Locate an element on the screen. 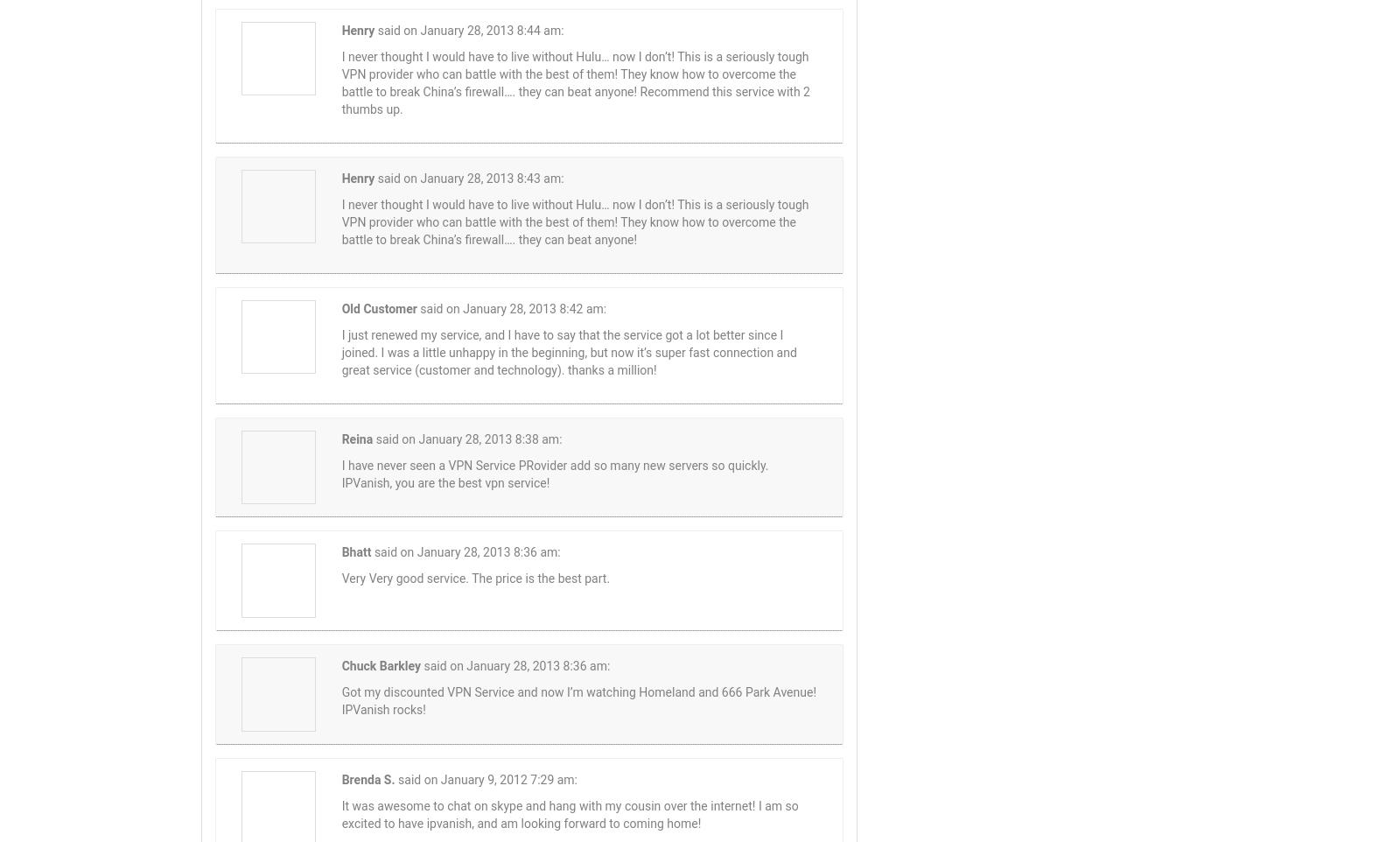 The height and width of the screenshot is (842, 1400). 'I have never seen a VPN Service PRovider add so many new servers so quickly. IPVanish, you are the best vpn service!' is located at coordinates (554, 474).